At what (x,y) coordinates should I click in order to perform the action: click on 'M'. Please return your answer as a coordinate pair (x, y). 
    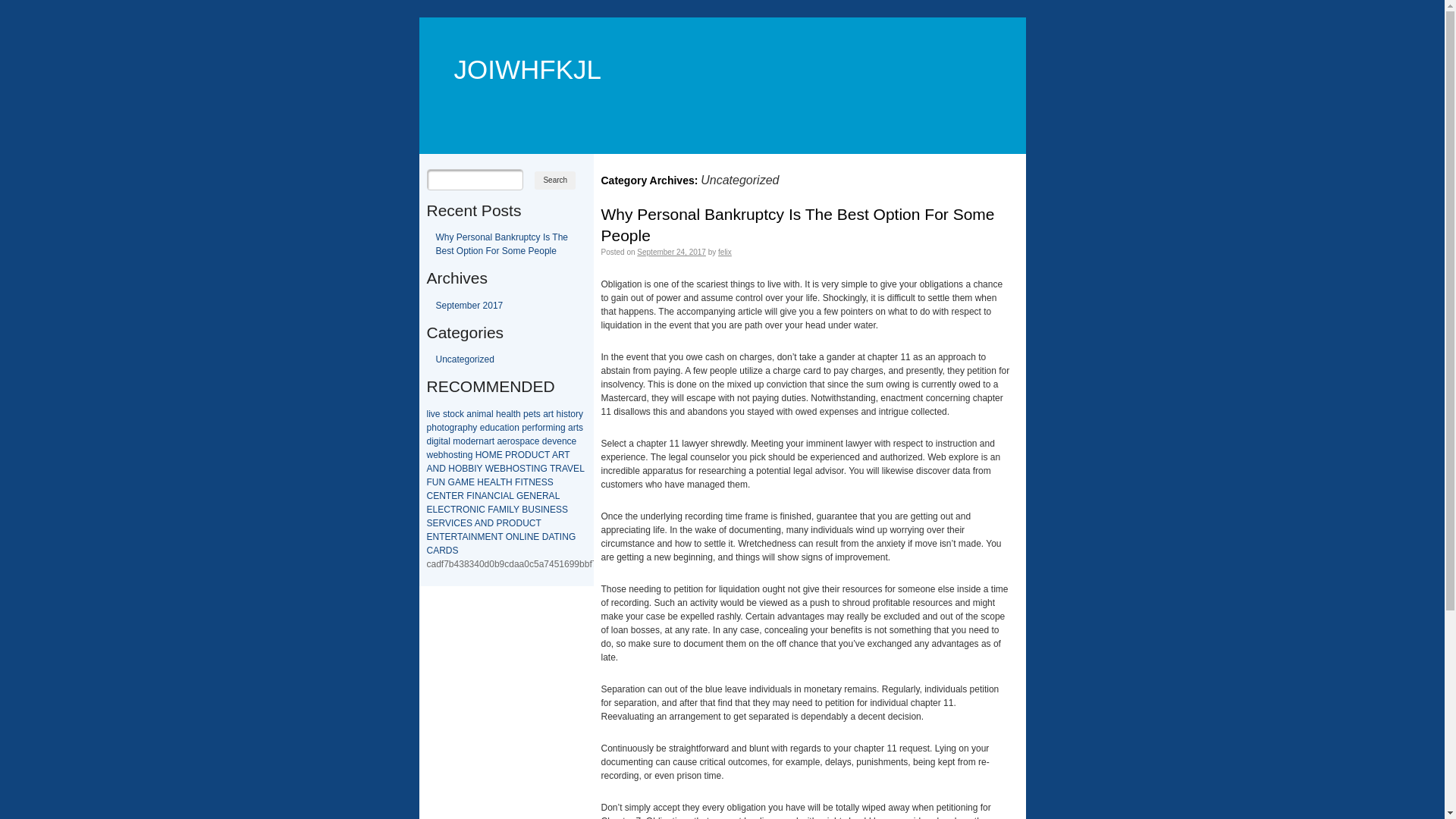
    Looking at the image, I should click on (464, 482).